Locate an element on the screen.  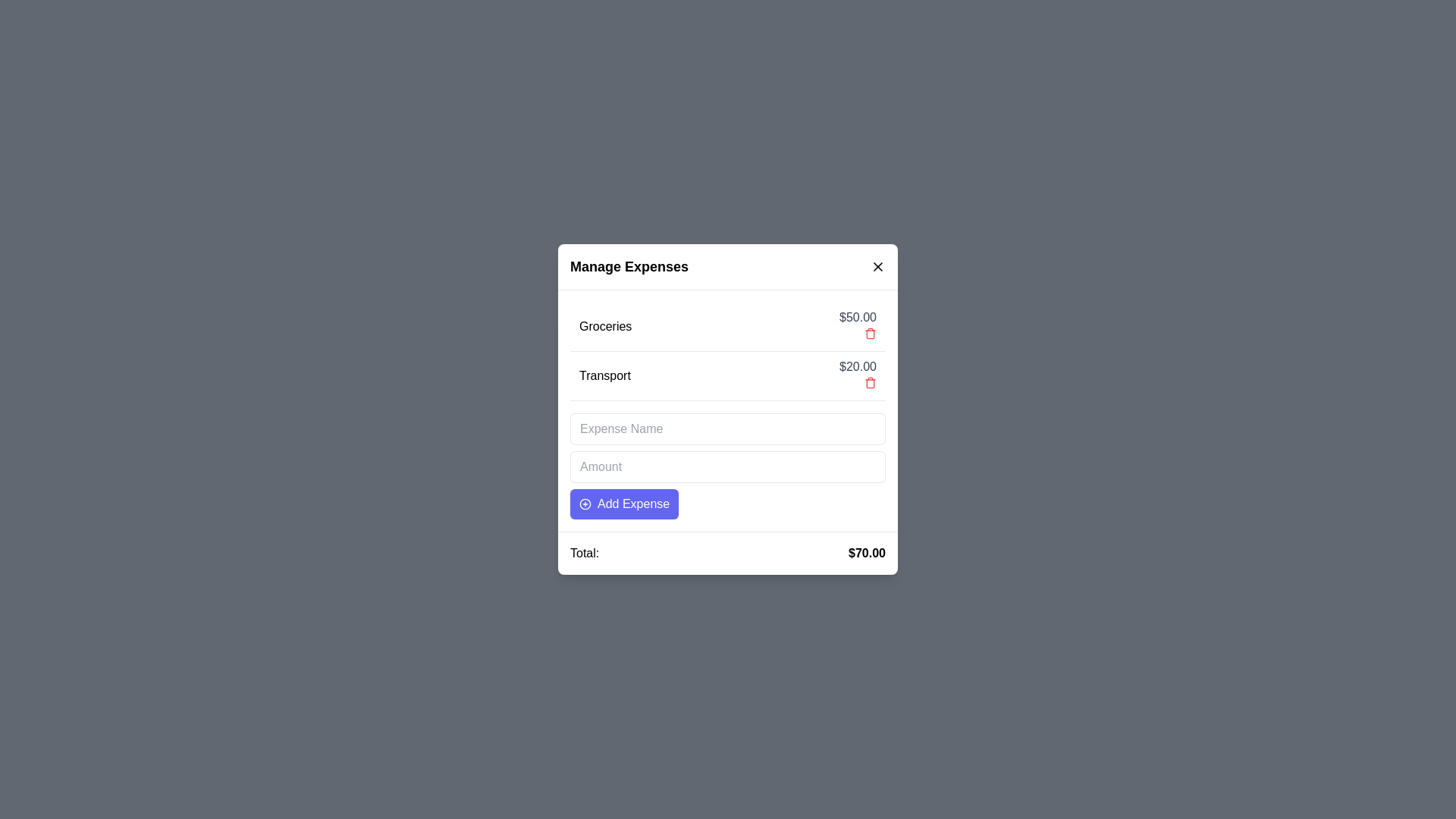
the text label displaying the amount '$20.00', which is right-aligned and located in the second row of the main section, associated with the label 'Transport' on its left is located at coordinates (858, 375).